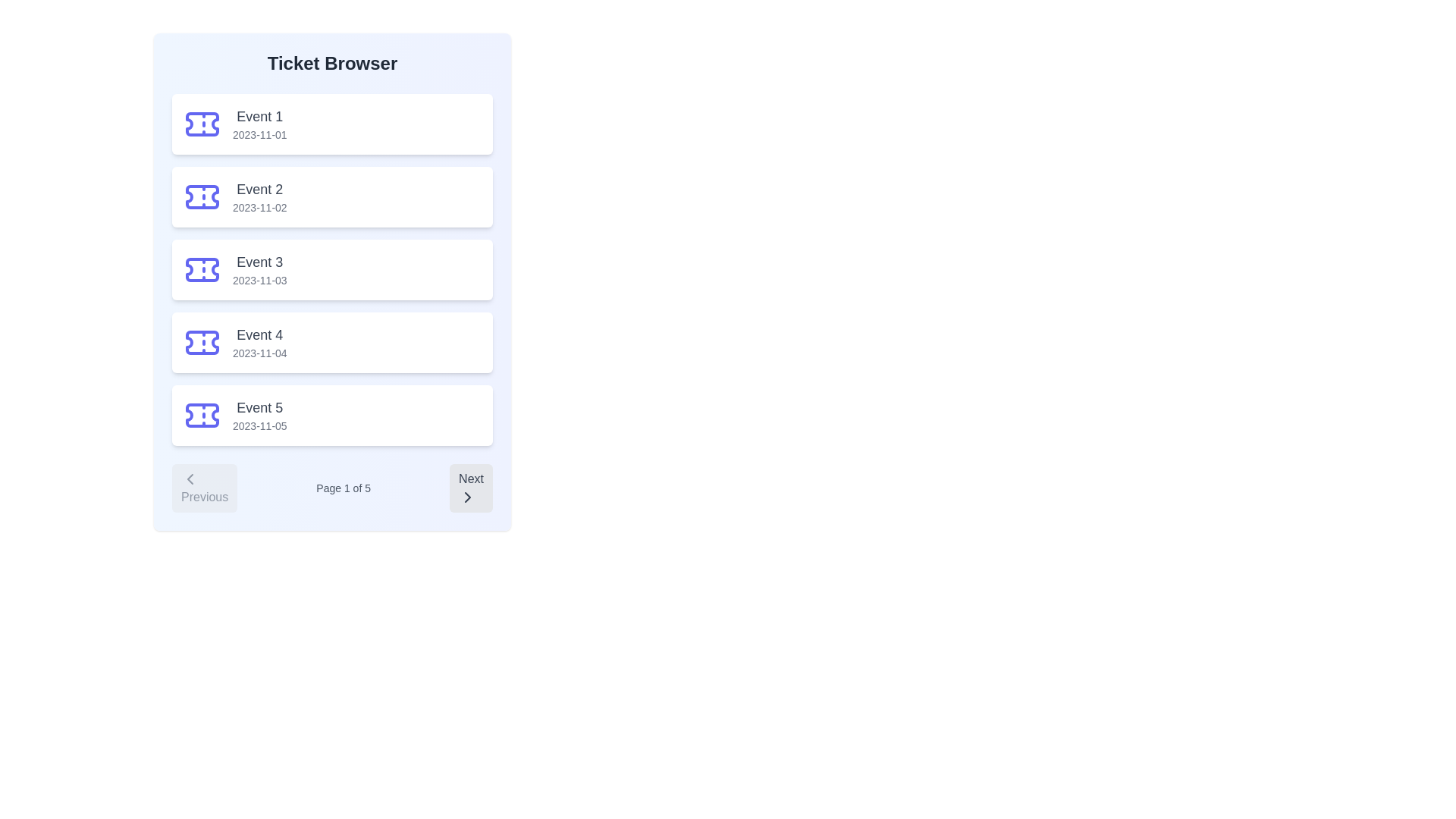 The width and height of the screenshot is (1456, 819). I want to click on contents of the text label that serves as the title for the third event in the list, located above the '2023-11-03' subtitle and below the second event item, so click(259, 262).